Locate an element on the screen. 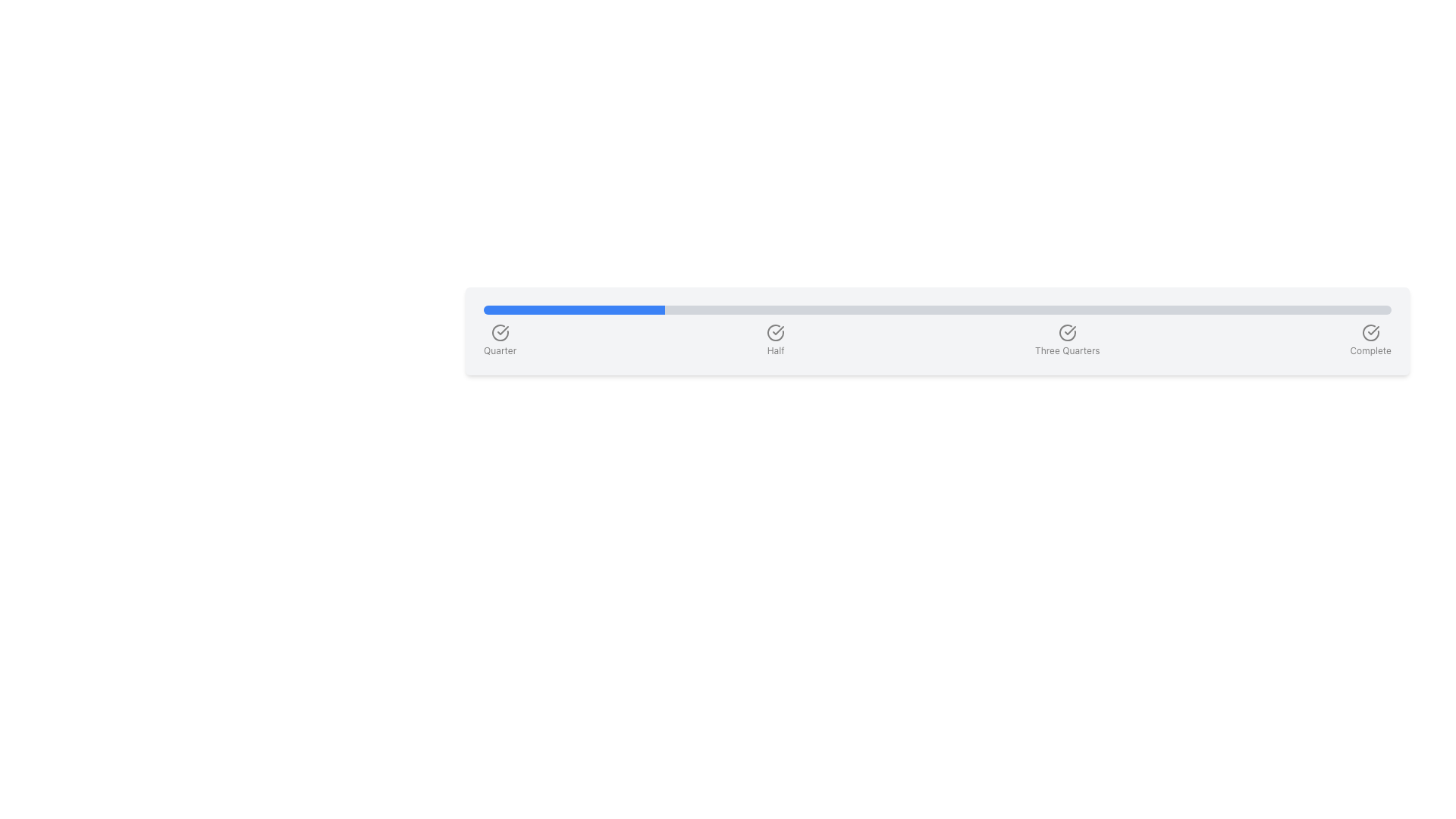 This screenshot has height=819, width=1456. the circular check mark icon that indicates the completed status of the 'Three Quarters' milestone in the progress indicator is located at coordinates (1066, 332).